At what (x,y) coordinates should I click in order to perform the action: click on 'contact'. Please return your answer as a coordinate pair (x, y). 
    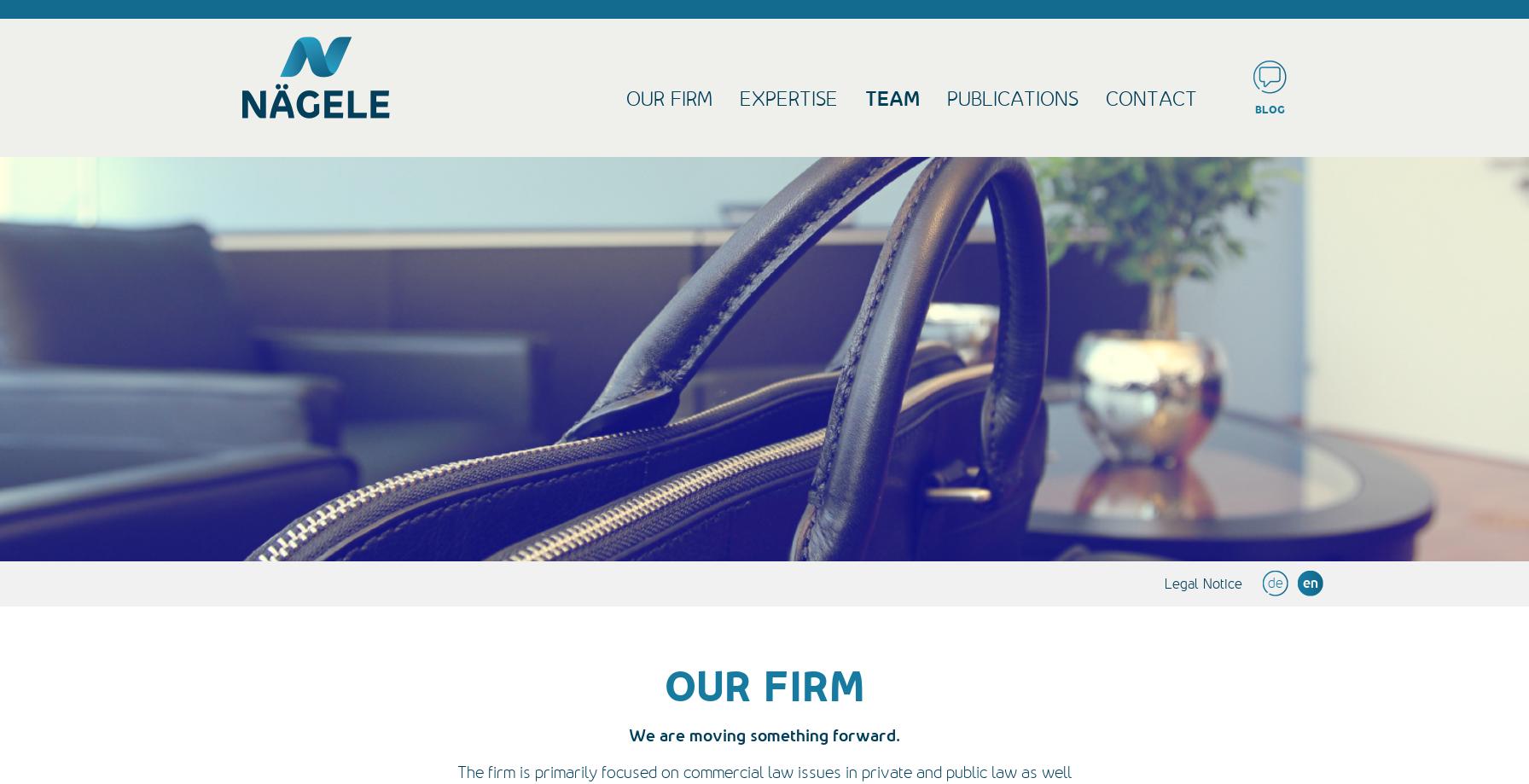
    Looking at the image, I should click on (1151, 97).